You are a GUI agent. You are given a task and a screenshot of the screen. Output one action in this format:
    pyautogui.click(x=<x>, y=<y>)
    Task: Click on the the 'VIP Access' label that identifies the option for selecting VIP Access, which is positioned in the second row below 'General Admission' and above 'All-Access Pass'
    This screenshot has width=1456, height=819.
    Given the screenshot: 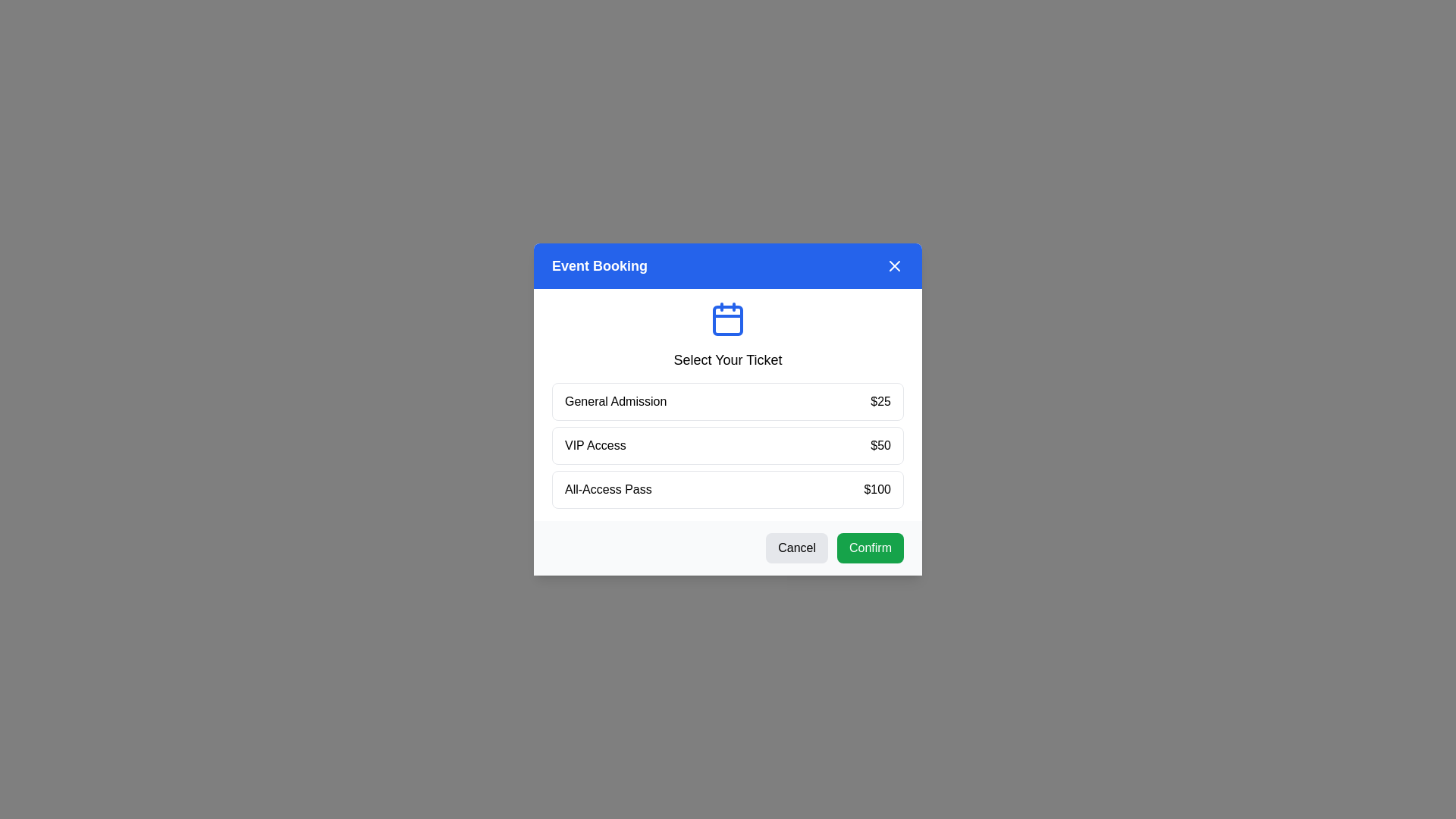 What is the action you would take?
    pyautogui.click(x=595, y=444)
    